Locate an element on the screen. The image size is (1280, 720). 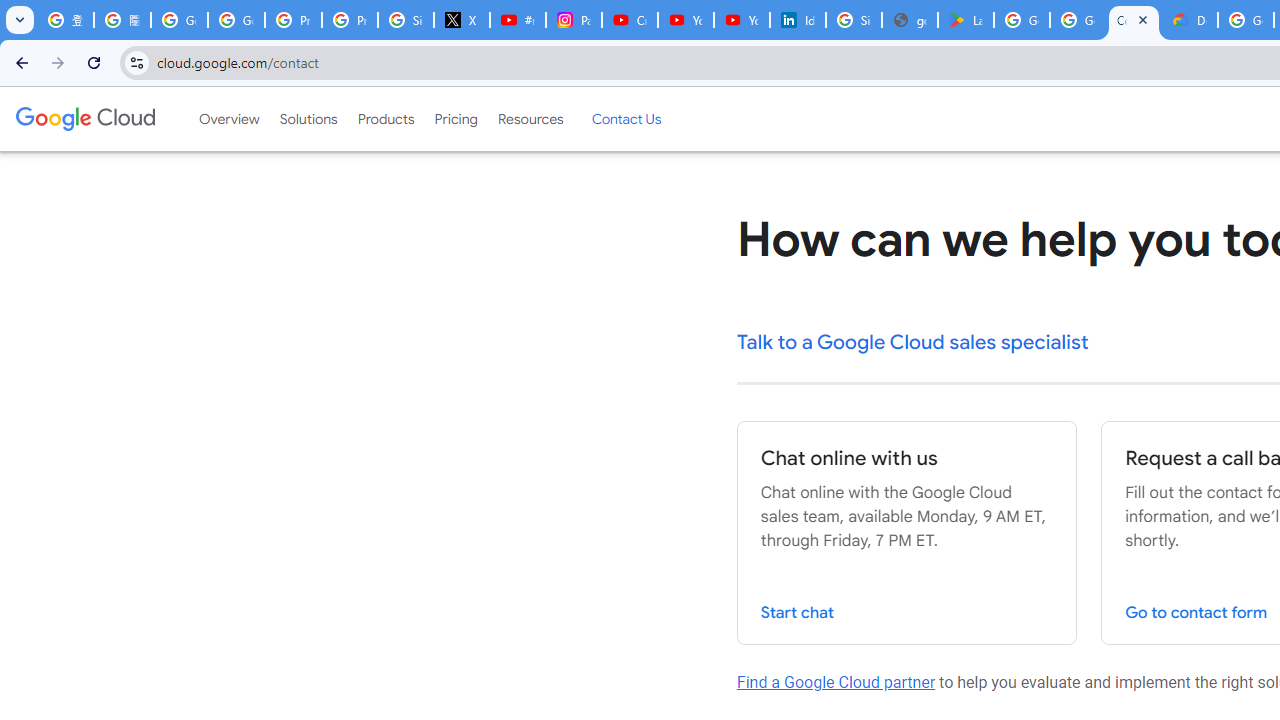
'Sign in - Google Accounts' is located at coordinates (853, 20).